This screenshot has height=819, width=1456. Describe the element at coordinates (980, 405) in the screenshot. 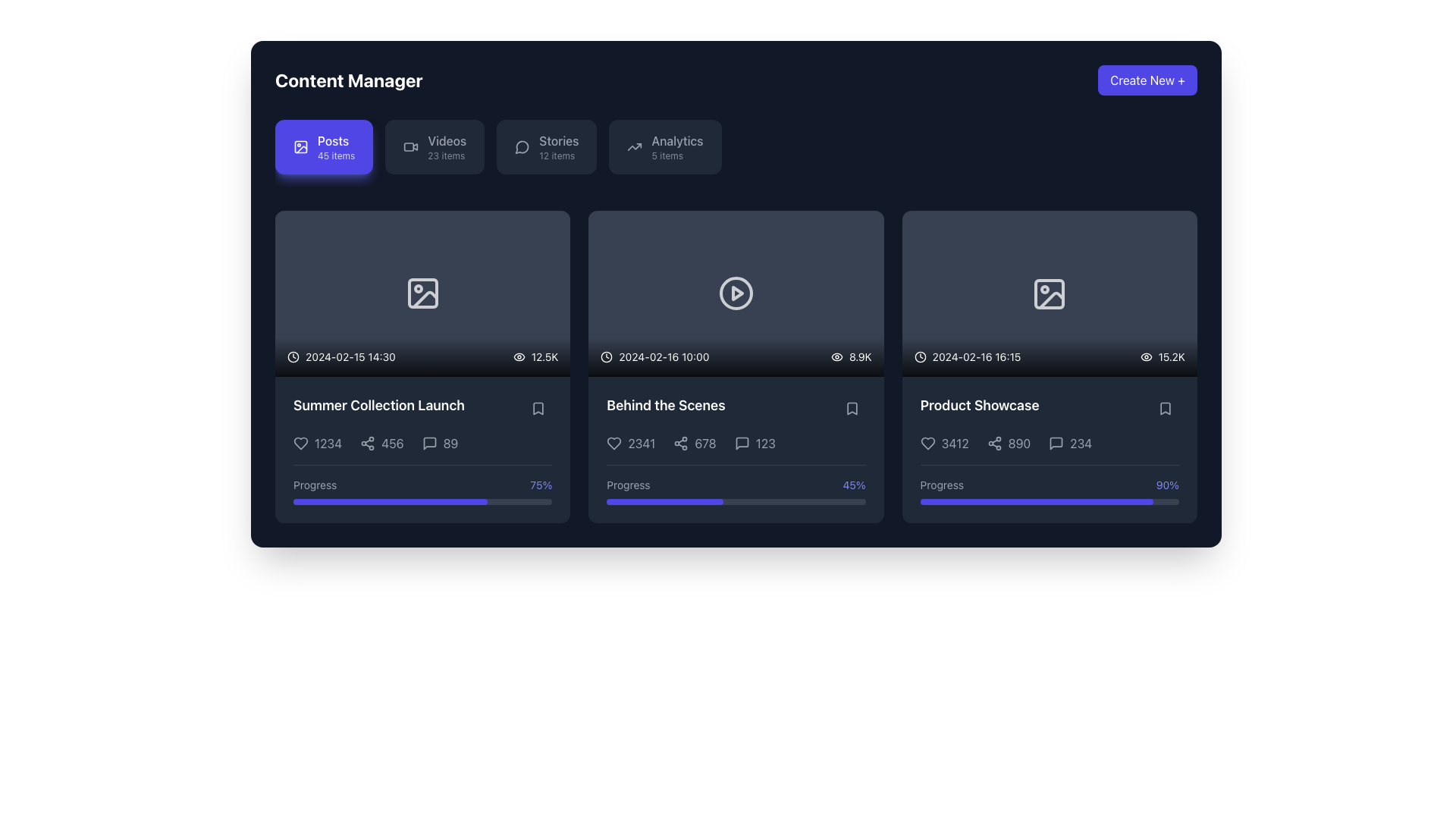

I see `the static text label that identifies the content or purpose of the rightmost card in a three-card layout` at that location.